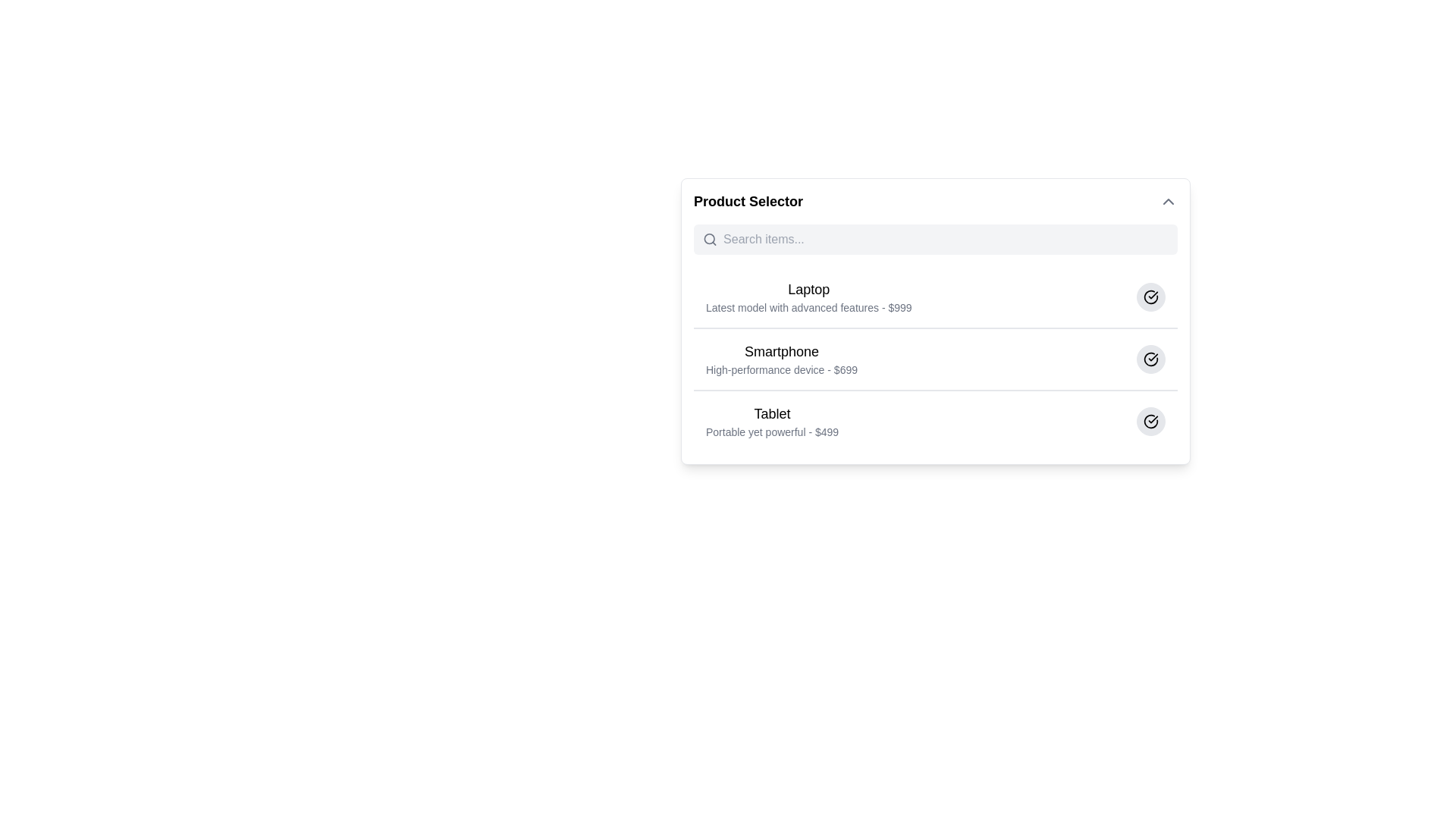  Describe the element at coordinates (772, 414) in the screenshot. I see `the static text label representing the 'Tablet' product category in the 'Product Selector' interface` at that location.